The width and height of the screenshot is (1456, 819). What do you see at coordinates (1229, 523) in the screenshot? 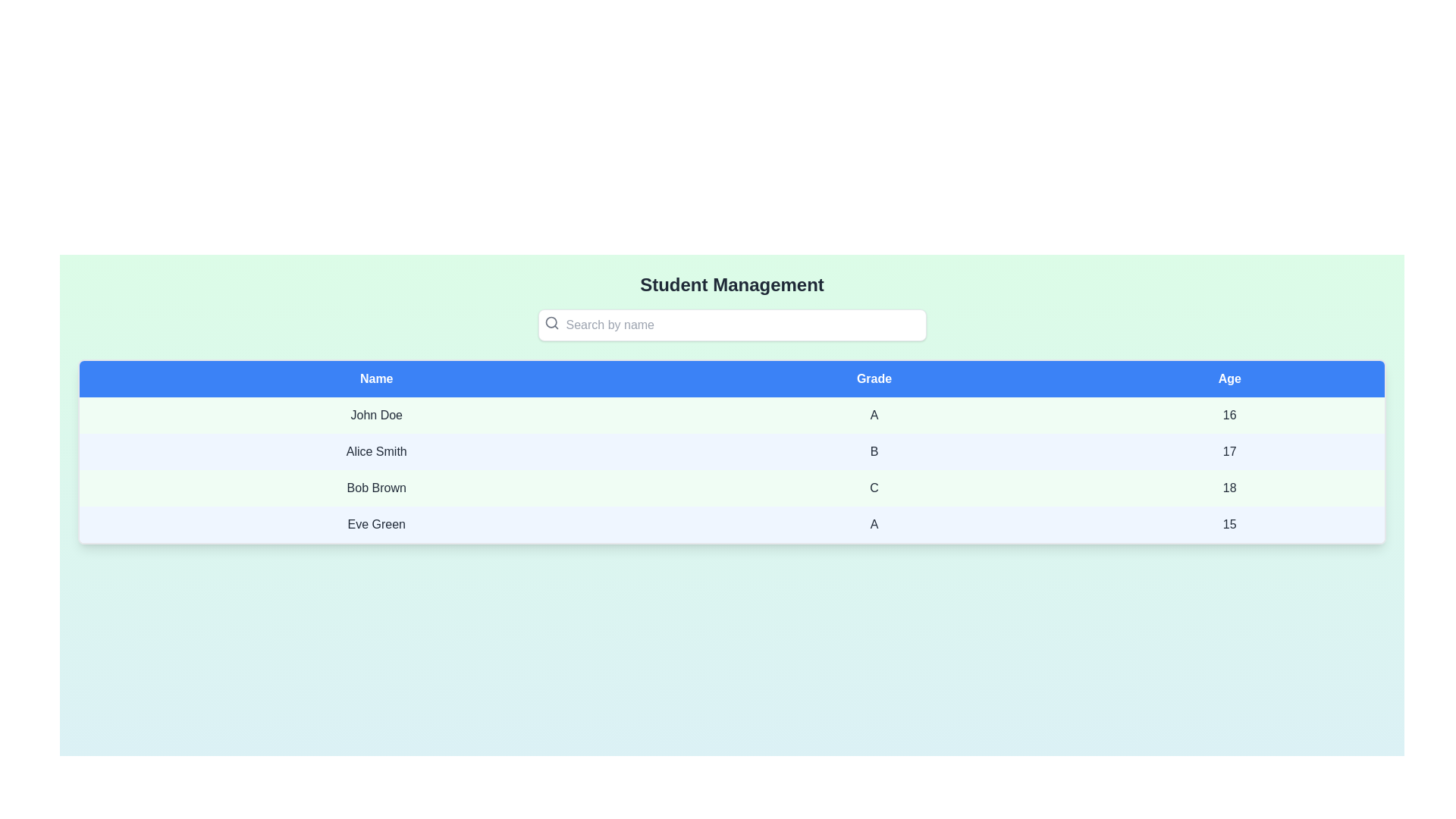
I see `the text component displaying the number '15' located under the 'Age' column in the table row for 'Eve Green'` at bounding box center [1229, 523].